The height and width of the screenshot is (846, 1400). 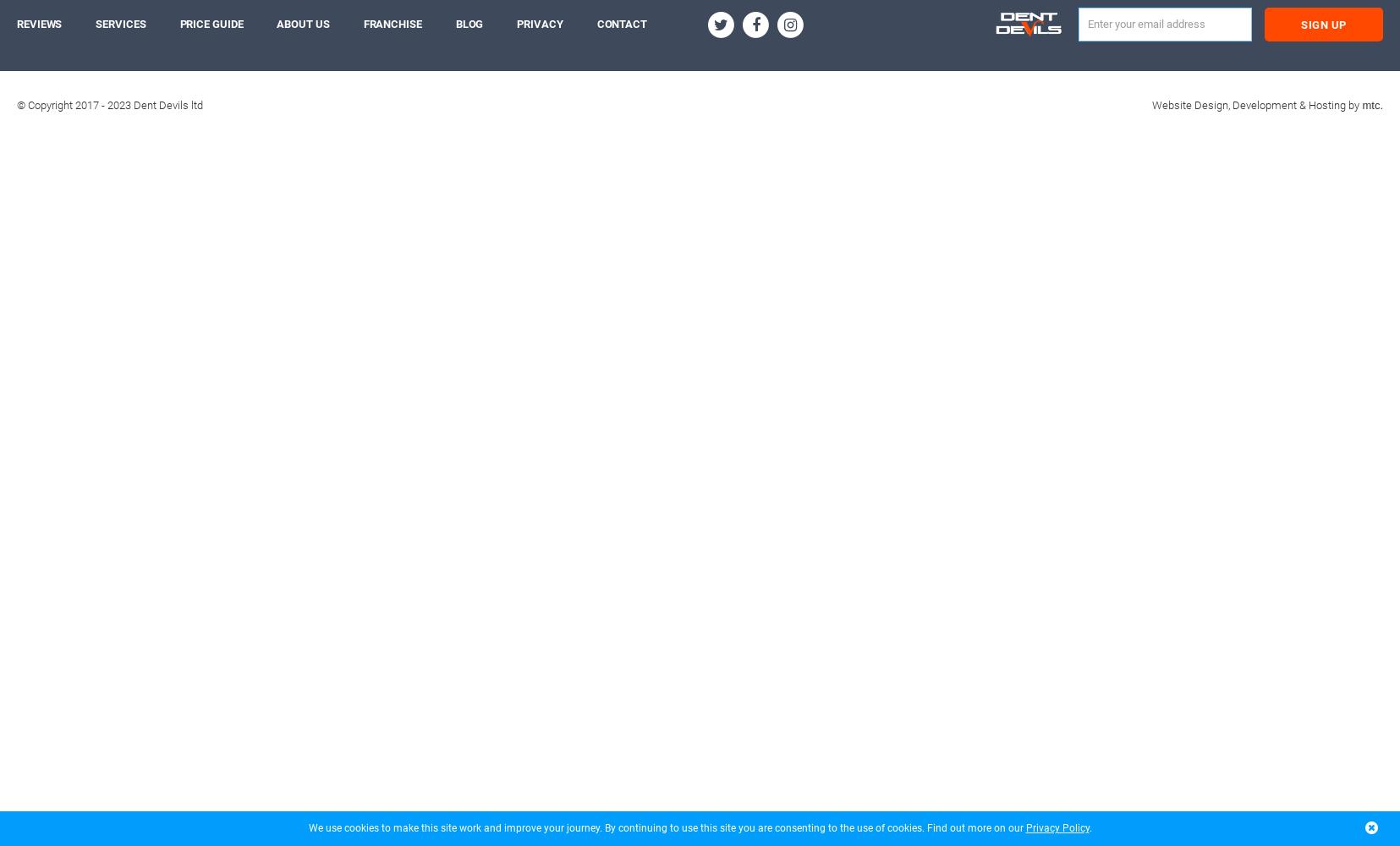 I want to click on 'We use cookies to make this site work and improve your journey.
            By continuing to use this site you are consenting to the use of cookies.
            Find out more on our', so click(x=665, y=827).